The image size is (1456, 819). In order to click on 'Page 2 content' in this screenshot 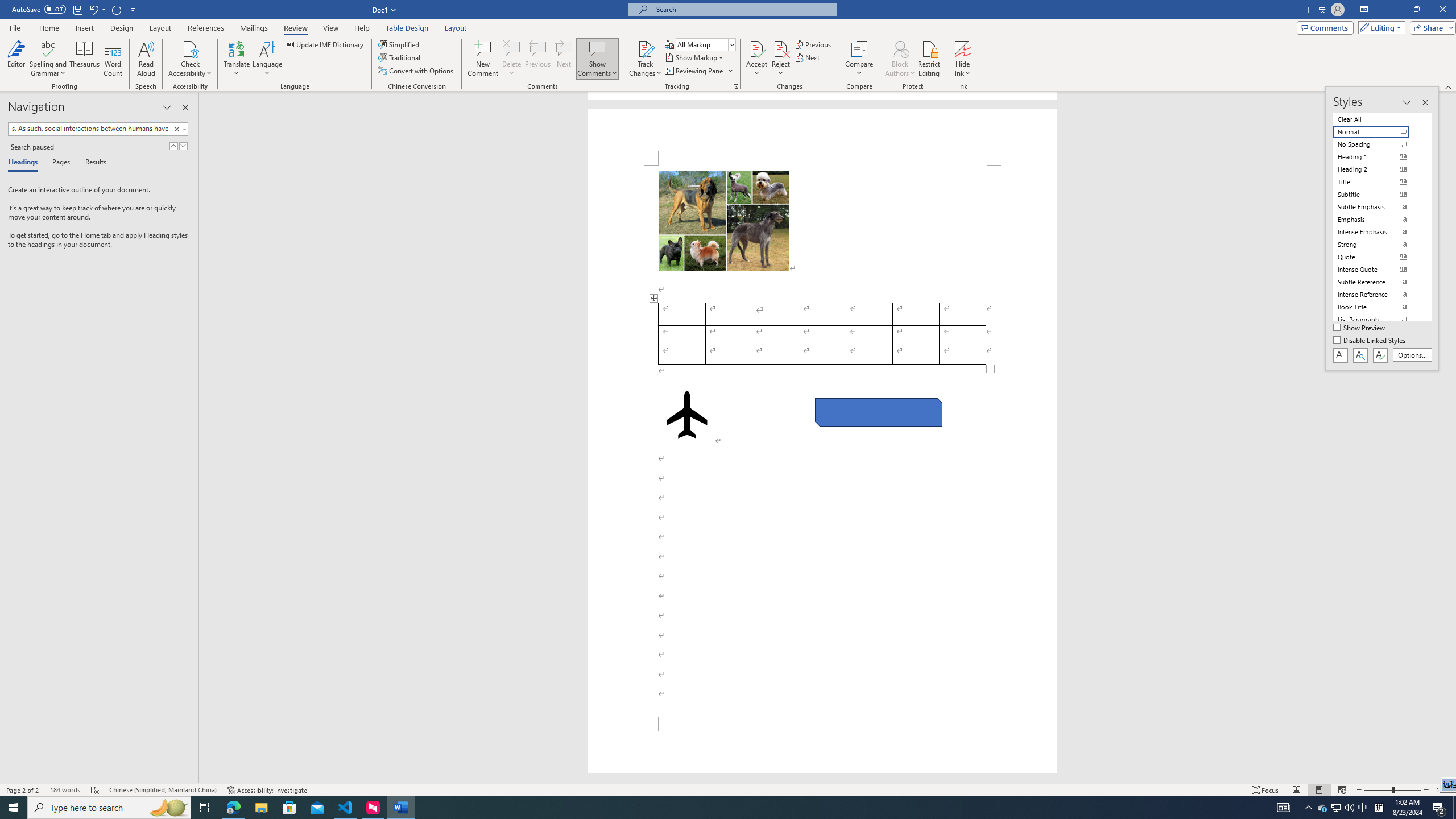, I will do `click(822, 440)`.